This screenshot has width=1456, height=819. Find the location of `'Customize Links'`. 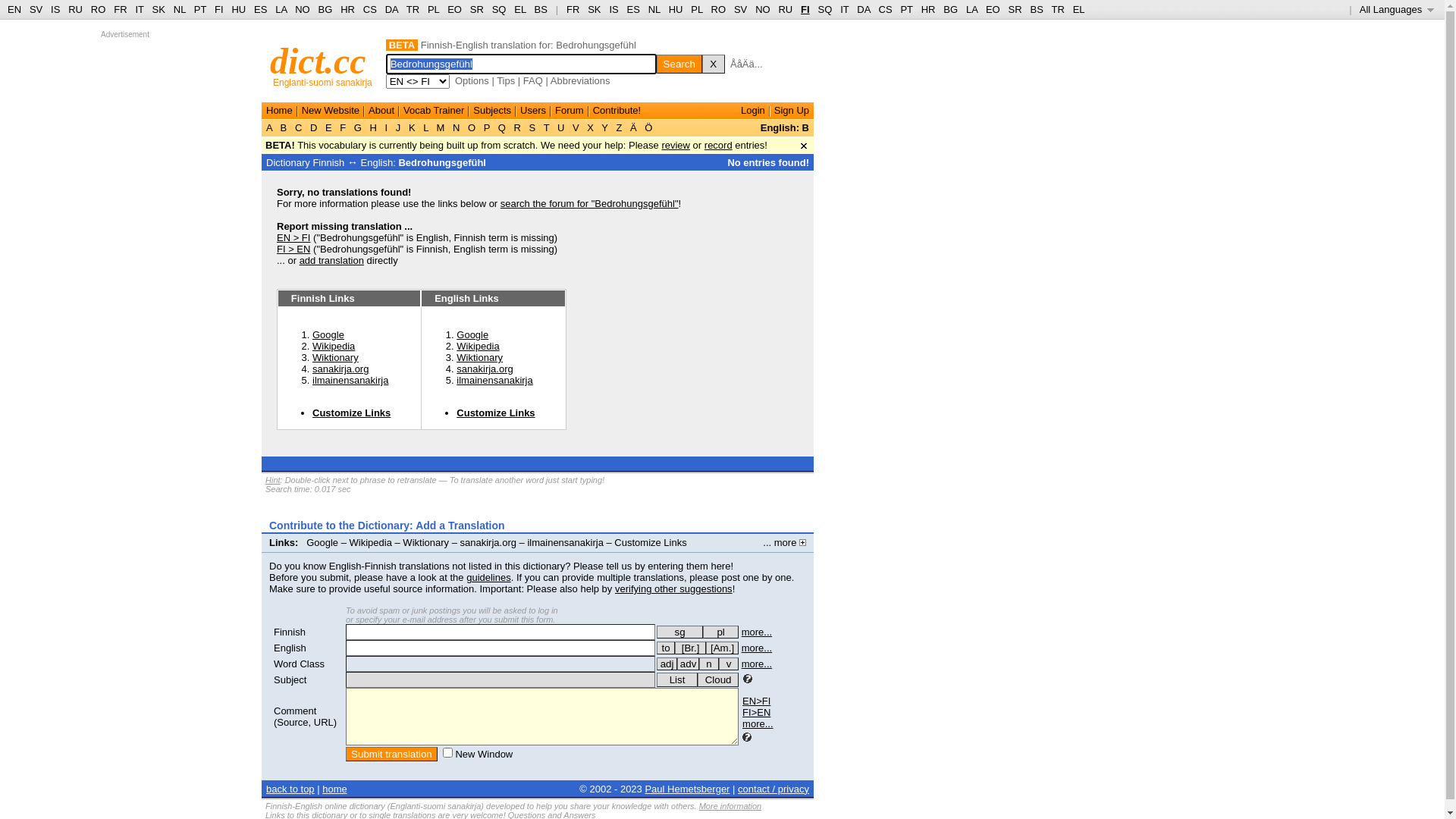

'Customize Links' is located at coordinates (350, 413).